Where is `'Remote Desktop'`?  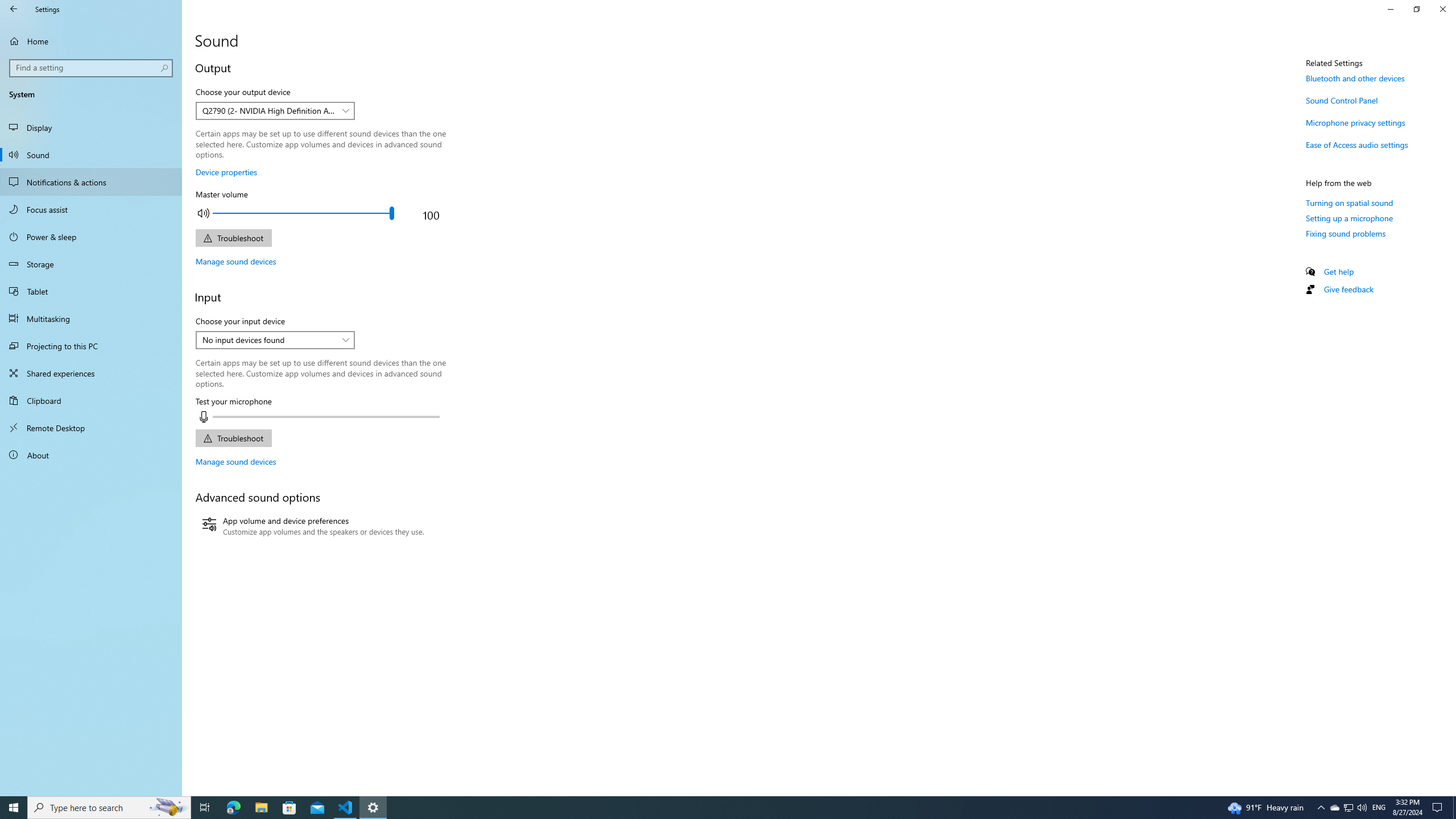 'Remote Desktop' is located at coordinates (90, 427).